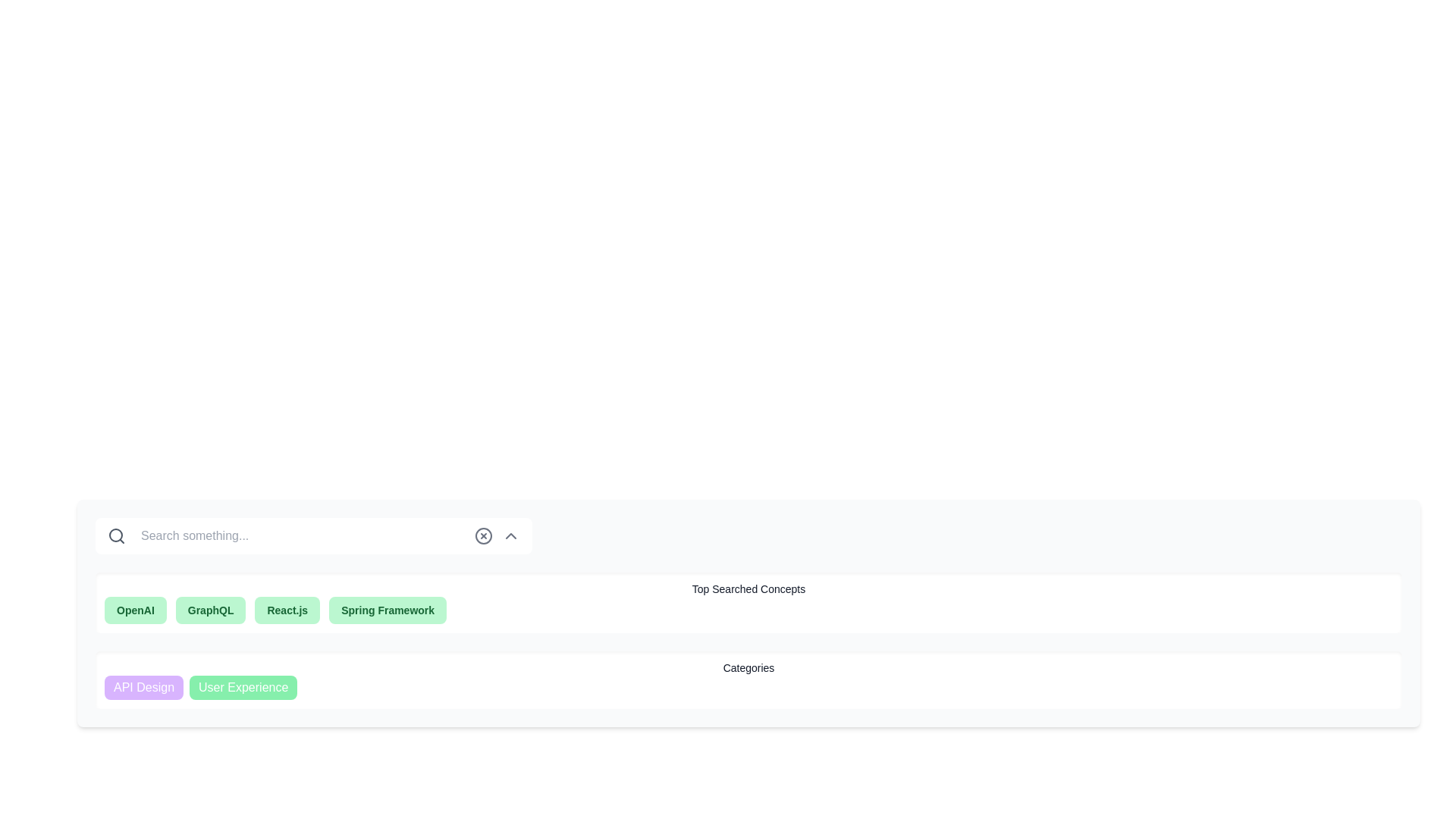 The image size is (1456, 819). What do you see at coordinates (510, 535) in the screenshot?
I see `the advanced search toggle button located in the rightmost section of its group, which is the eighth sibling` at bounding box center [510, 535].